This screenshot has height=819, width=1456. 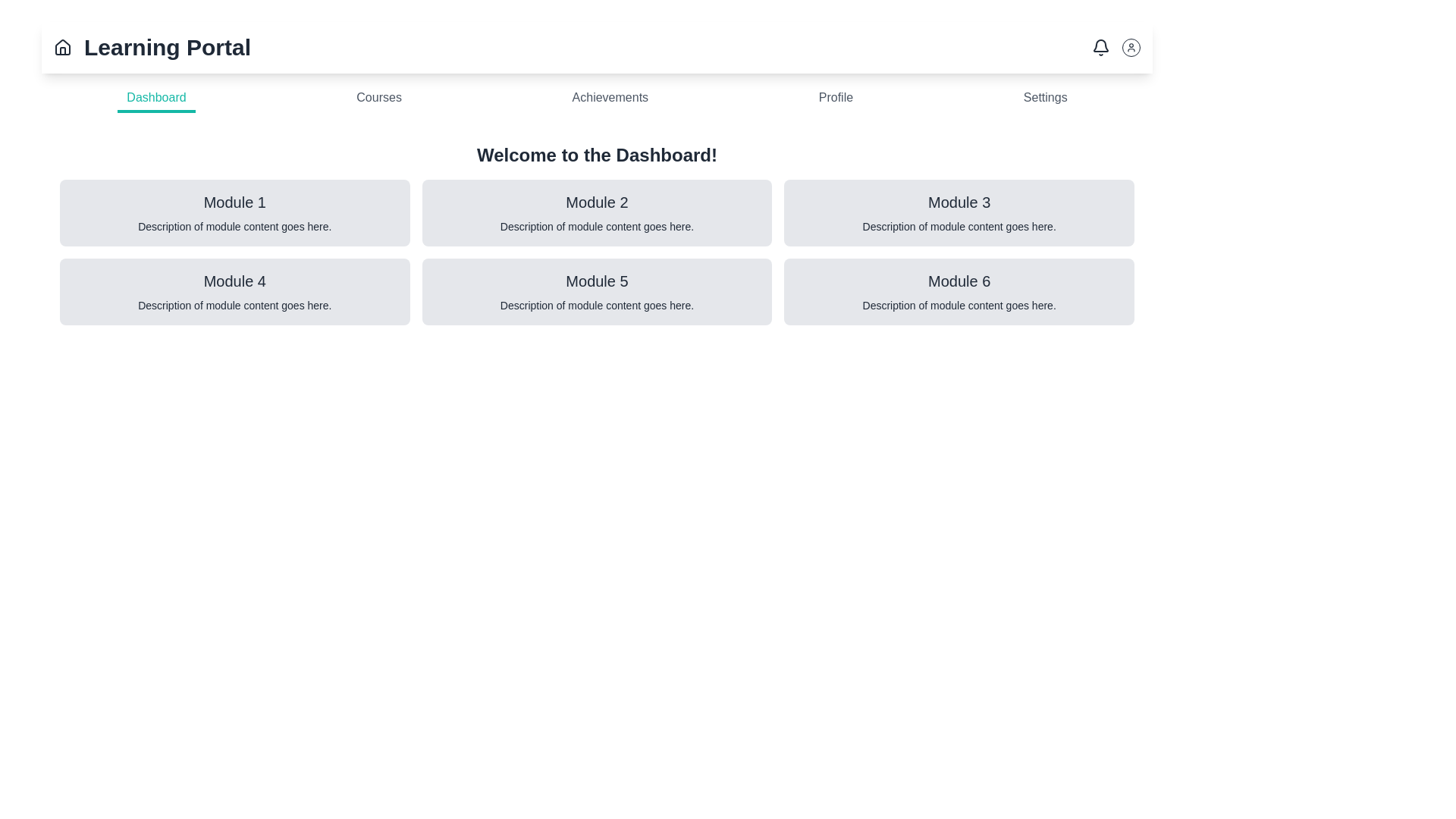 I want to click on text content of the 'Module 6' label located at the top-center of the sixth module card in the grid layout, so click(x=959, y=281).